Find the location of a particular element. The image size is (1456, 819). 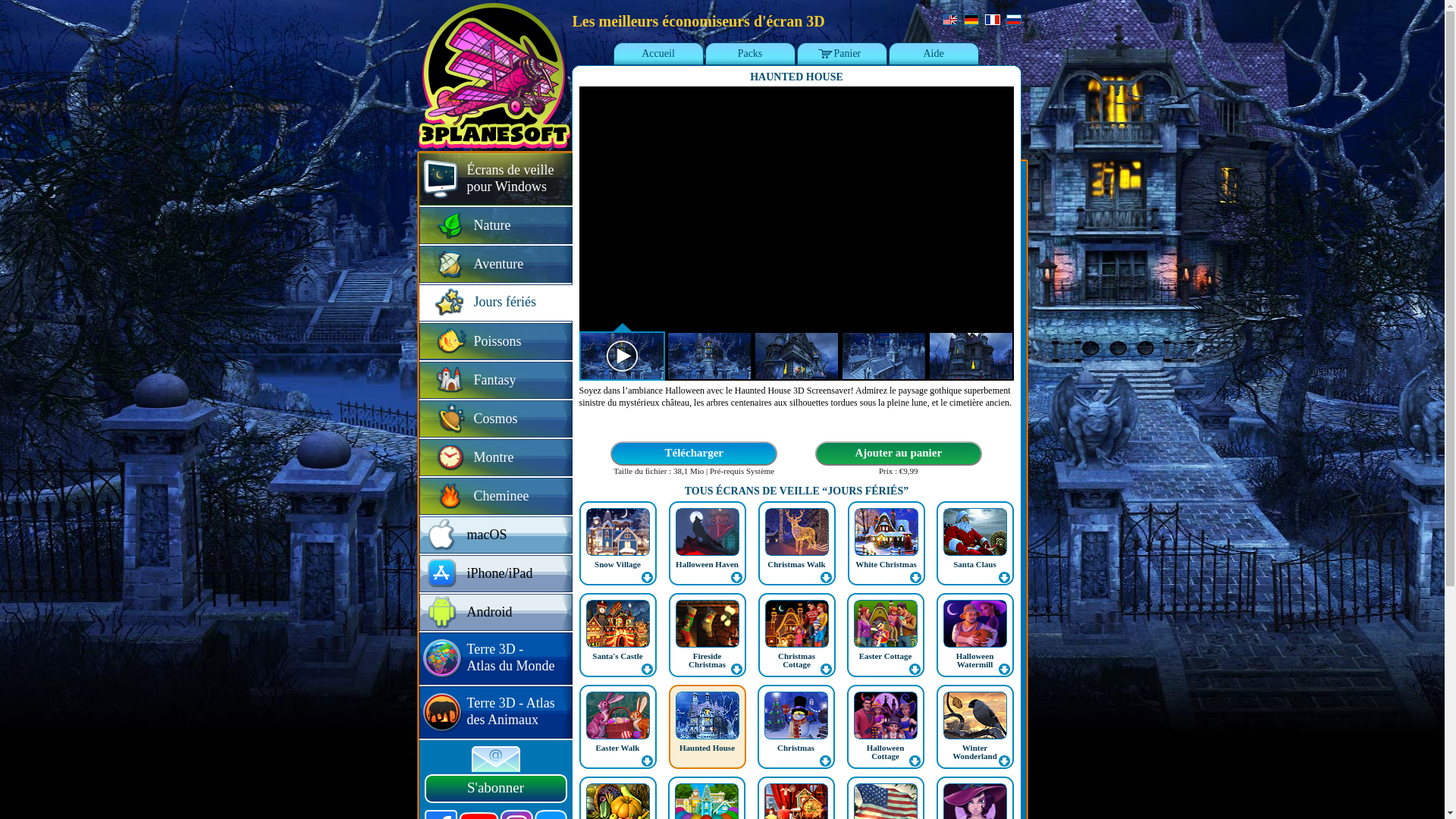

'Android' is located at coordinates (494, 612).